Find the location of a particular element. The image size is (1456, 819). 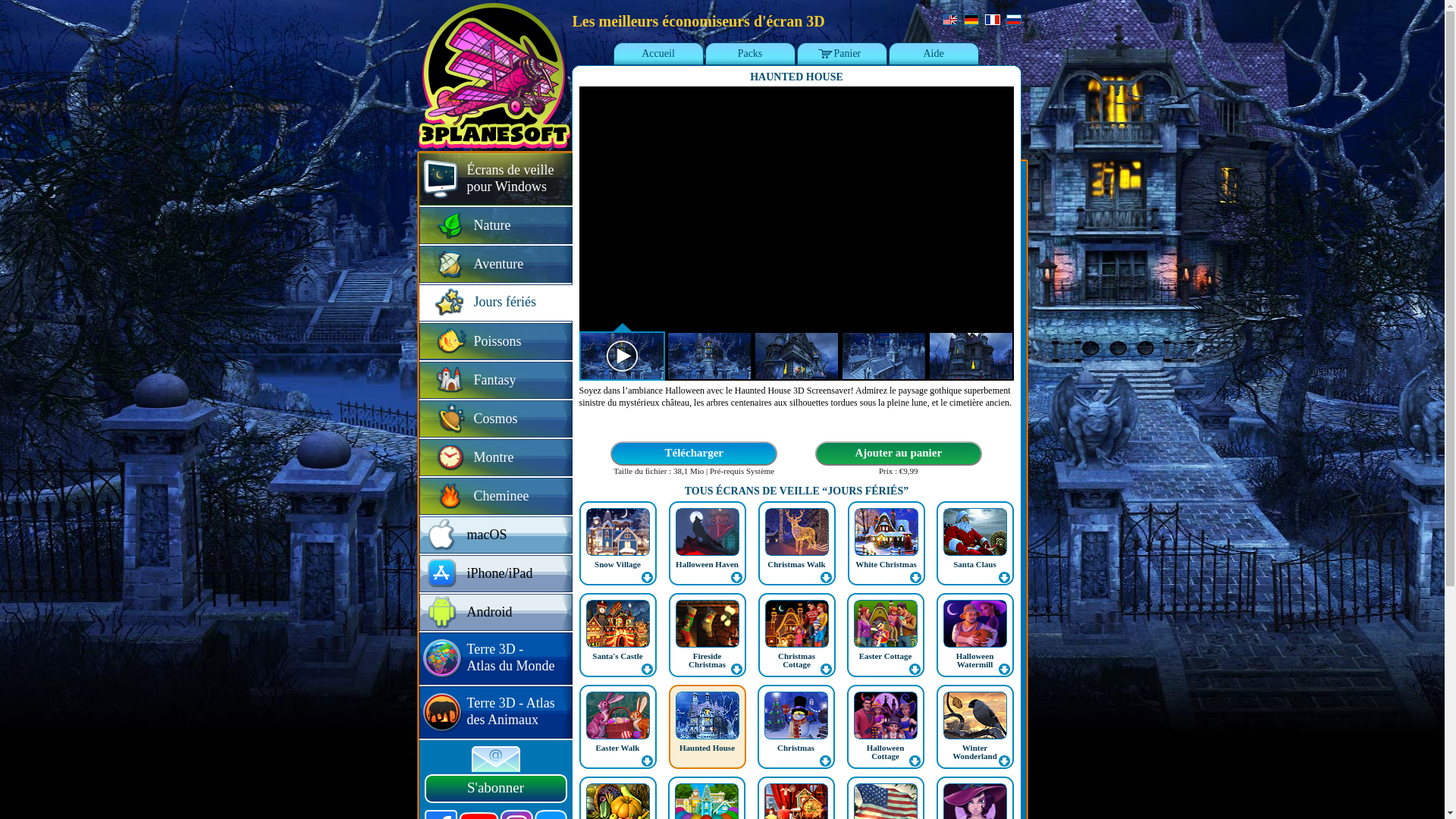

'Android' is located at coordinates (494, 612).